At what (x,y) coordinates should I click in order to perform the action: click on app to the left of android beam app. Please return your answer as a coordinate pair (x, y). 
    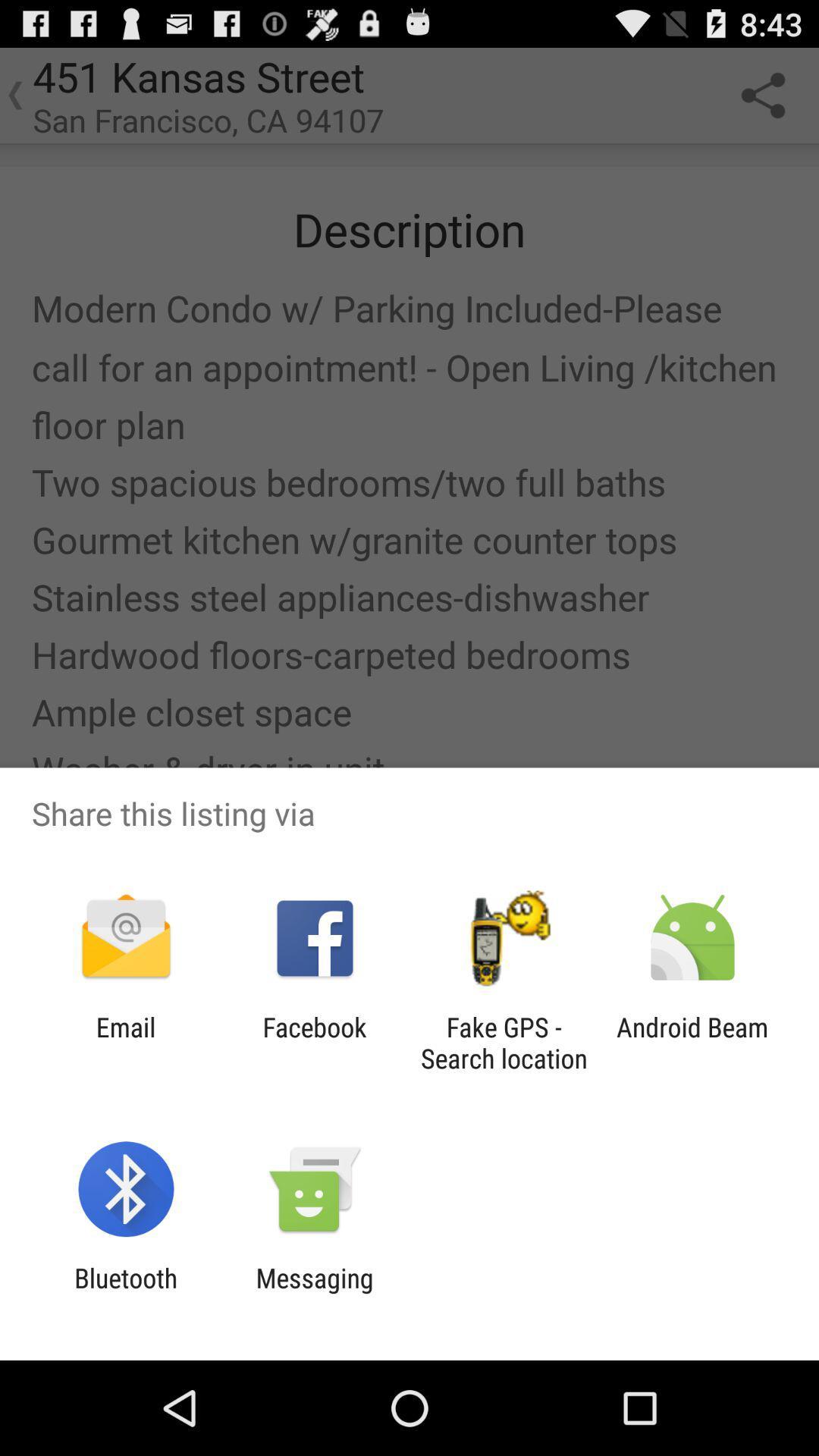
    Looking at the image, I should click on (504, 1042).